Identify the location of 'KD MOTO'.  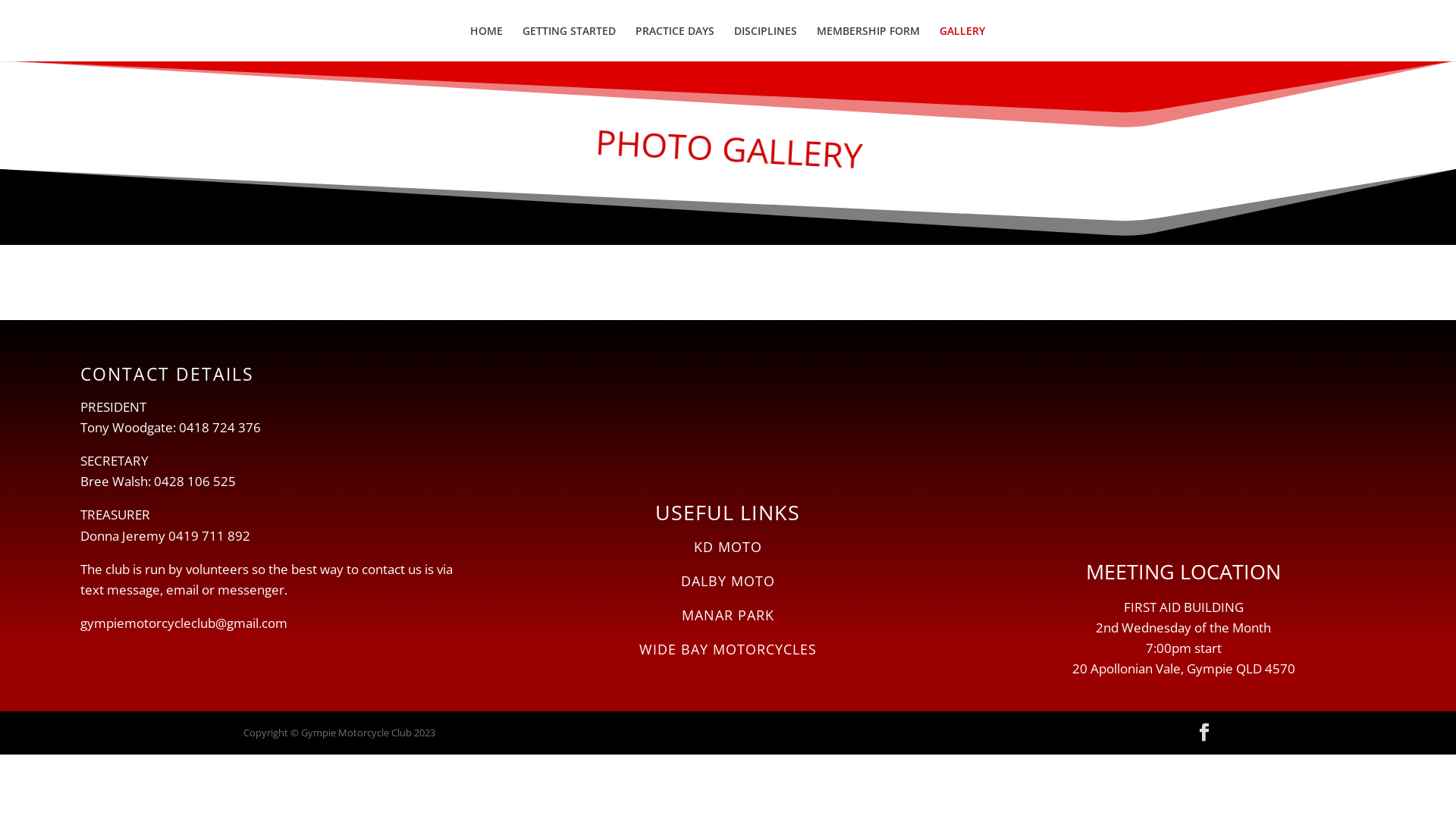
(728, 547).